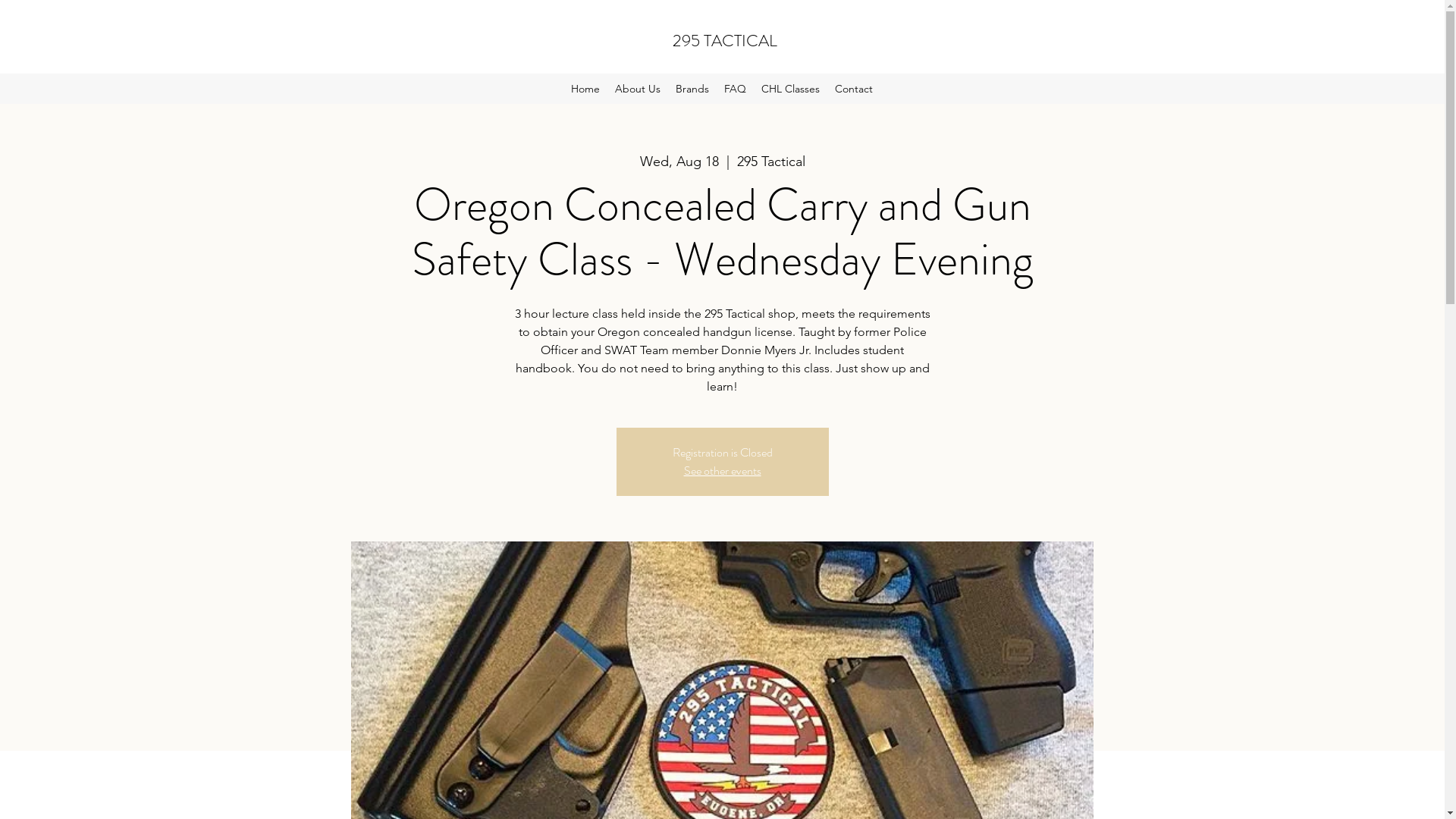 This screenshot has height=819, width=1456. What do you see at coordinates (854, 88) in the screenshot?
I see `'Contact'` at bounding box center [854, 88].